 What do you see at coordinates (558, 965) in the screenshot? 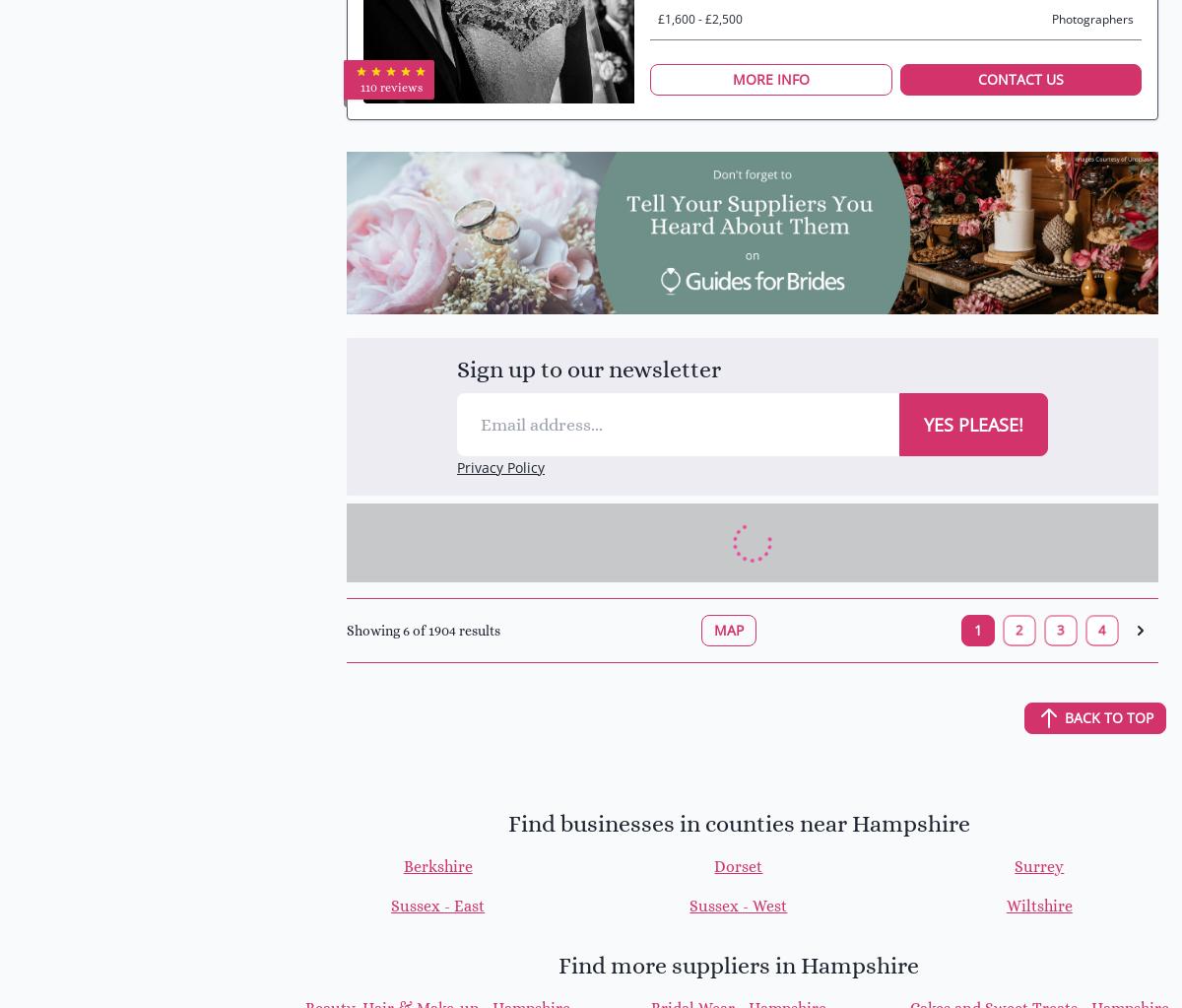
I see `'Find more suppliers in  Hampshire'` at bounding box center [558, 965].